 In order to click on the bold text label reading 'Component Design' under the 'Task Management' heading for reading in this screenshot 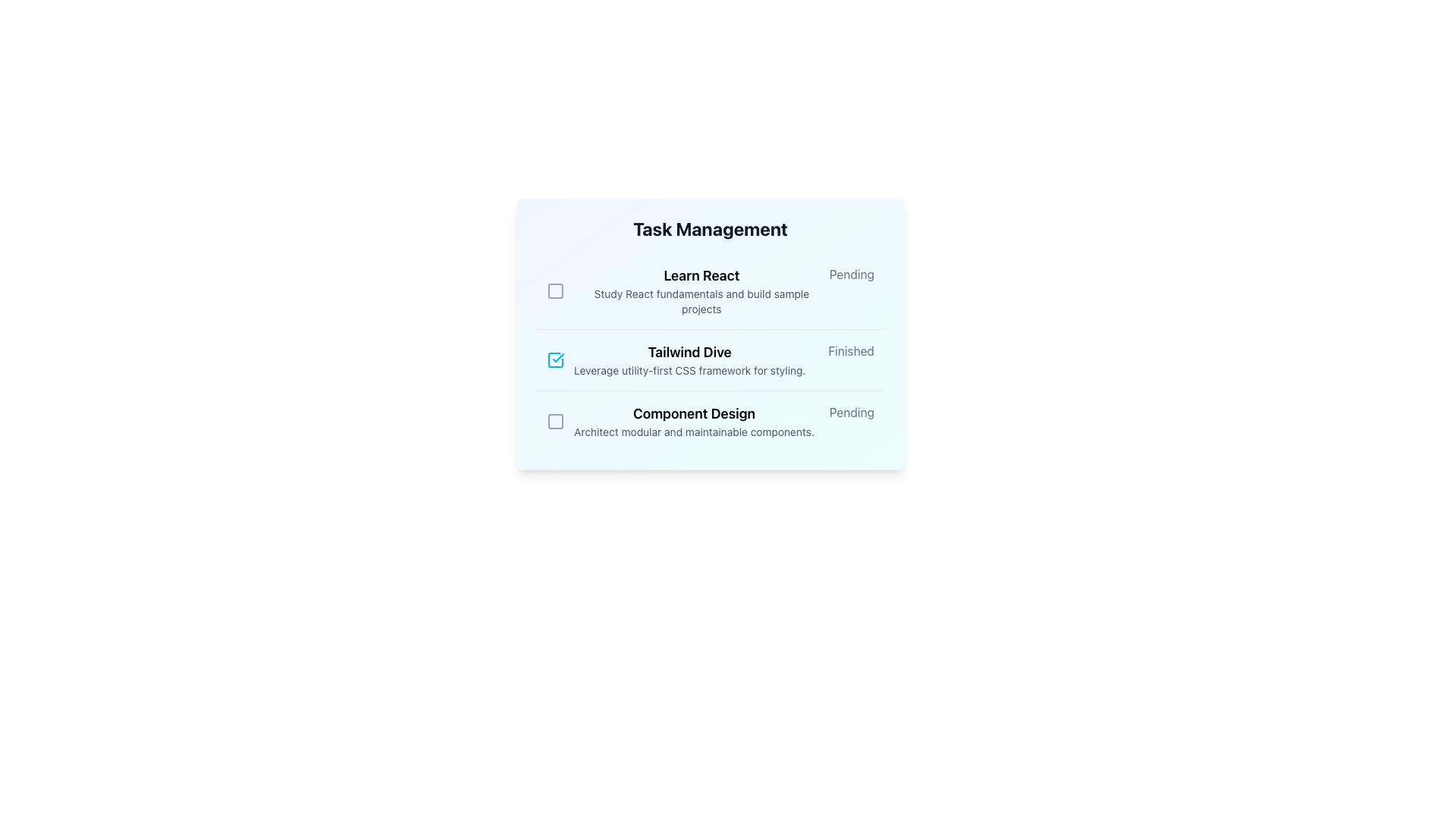, I will do `click(693, 414)`.